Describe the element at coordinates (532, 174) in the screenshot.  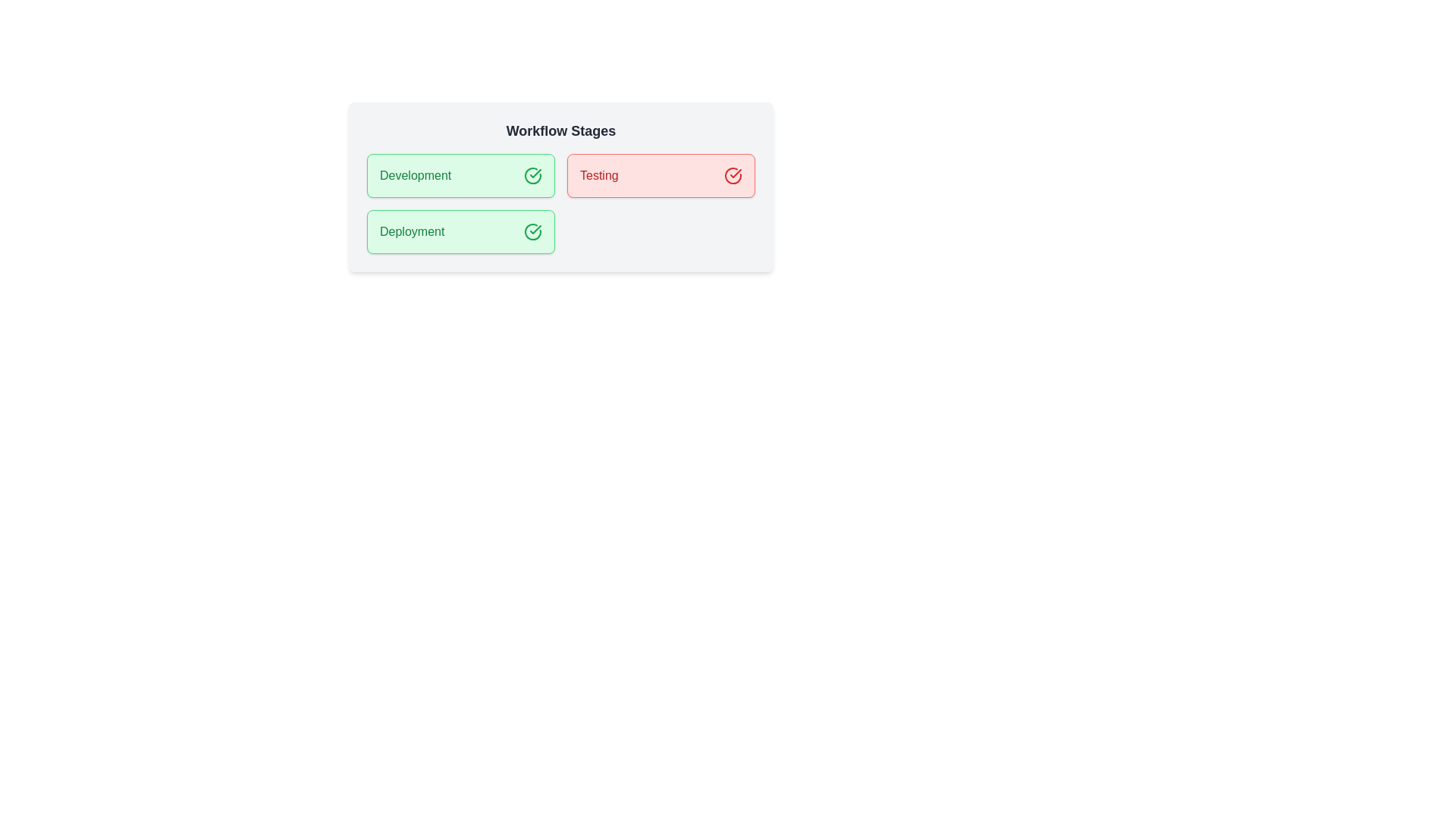
I see `the circular icon with a green checkmark outlined in green, which is positioned to the right of the 'Development' text` at that location.